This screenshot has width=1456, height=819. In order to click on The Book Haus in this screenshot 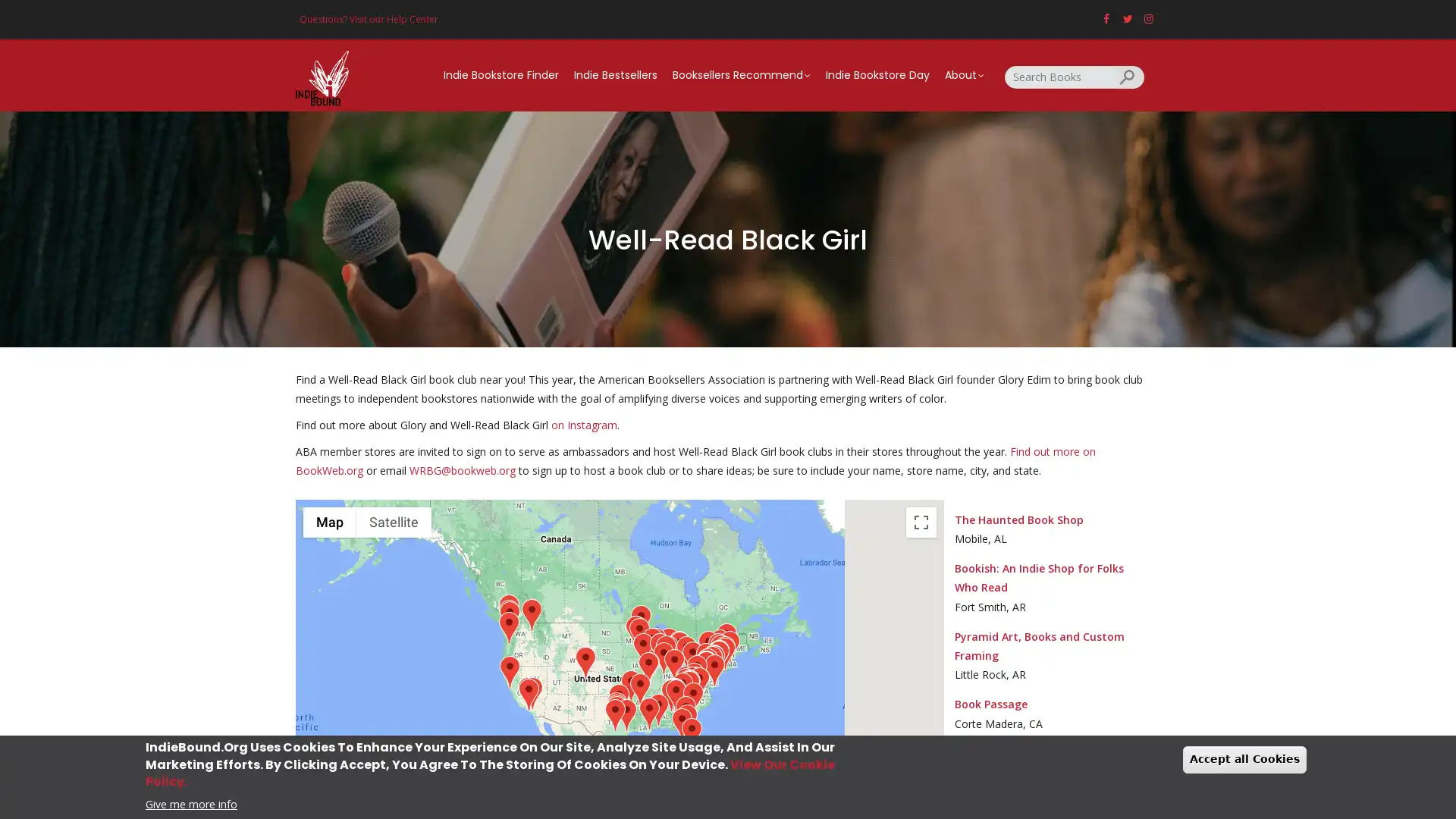, I will do `click(614, 714)`.